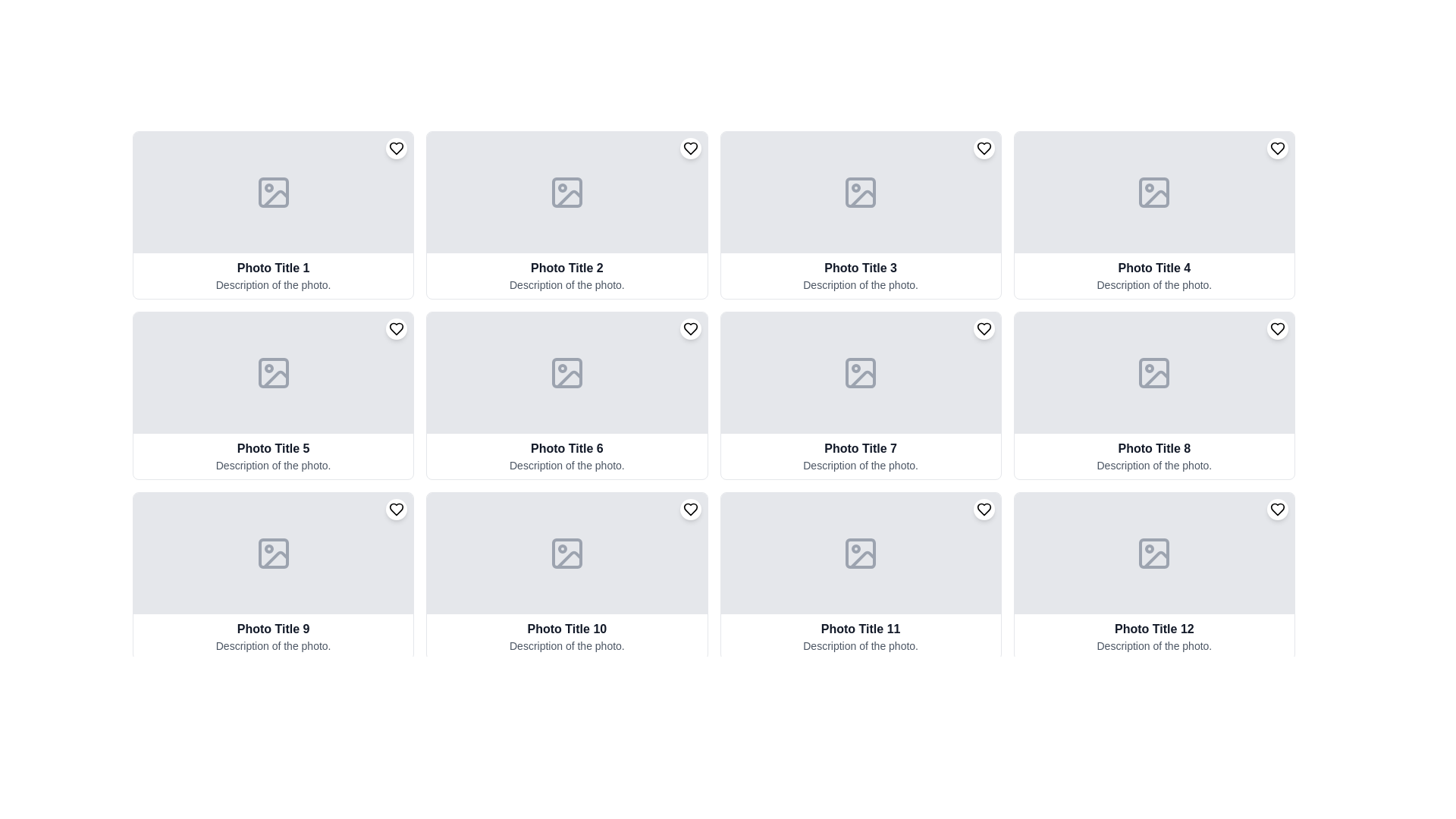 This screenshot has height=819, width=1456. I want to click on the Text Label that serves as the title or heading for the associated image and description within the third card from the left in the top row of the grid layout, so click(861, 268).